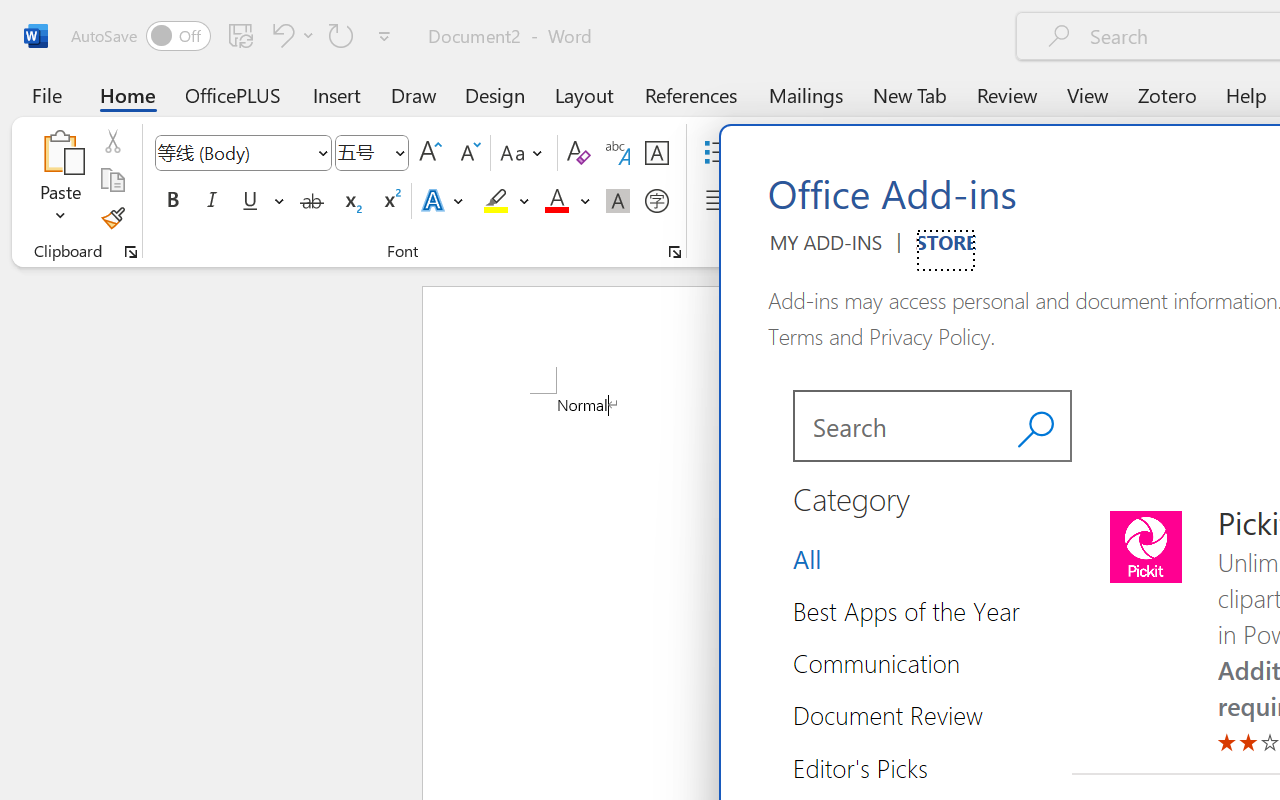 The height and width of the screenshot is (800, 1280). I want to click on 'Subscript', so click(350, 201).